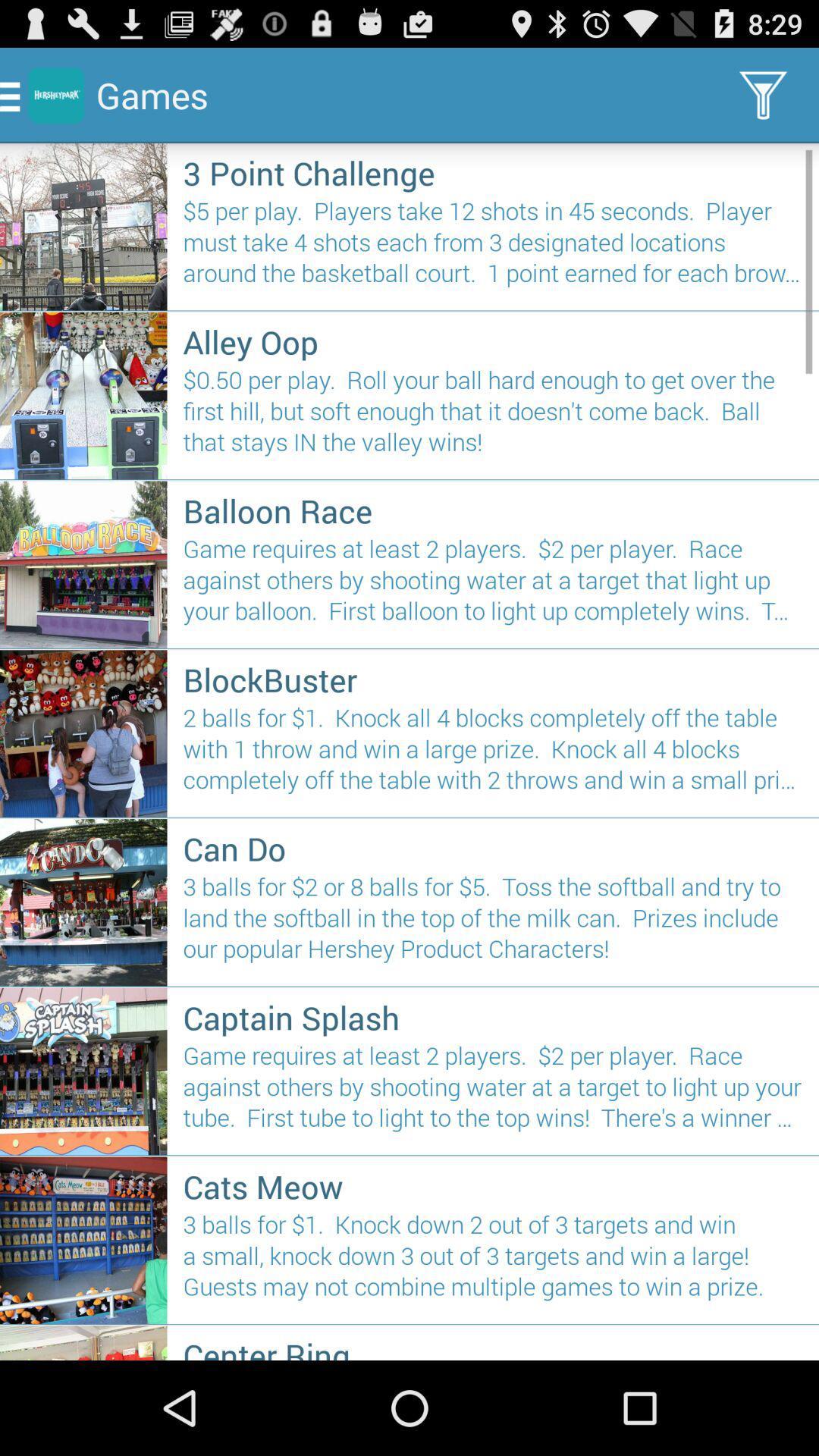  I want to click on the icon below game requires at, so click(493, 679).